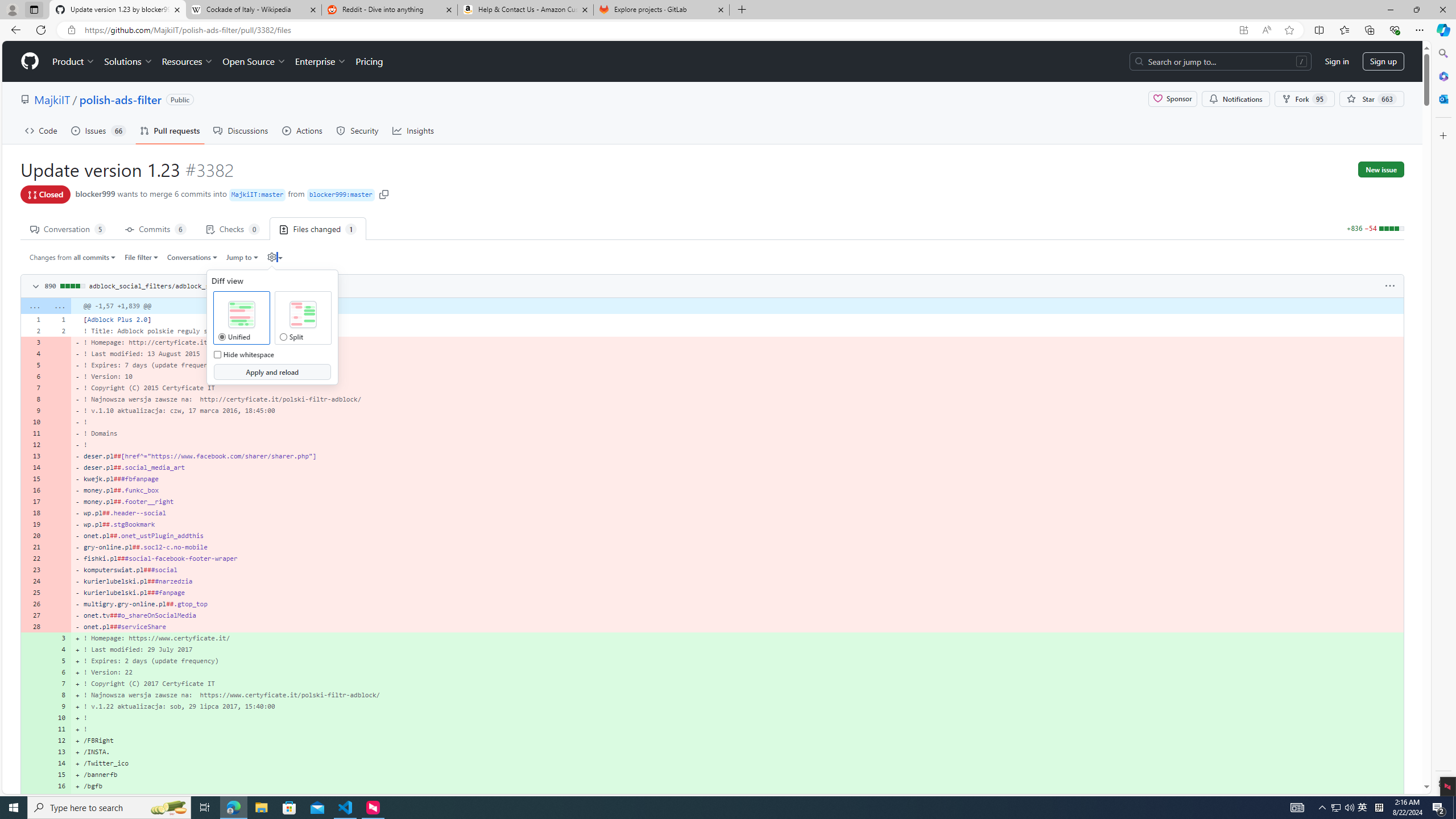 This screenshot has width=1456, height=819. What do you see at coordinates (58, 694) in the screenshot?
I see `'8'` at bounding box center [58, 694].